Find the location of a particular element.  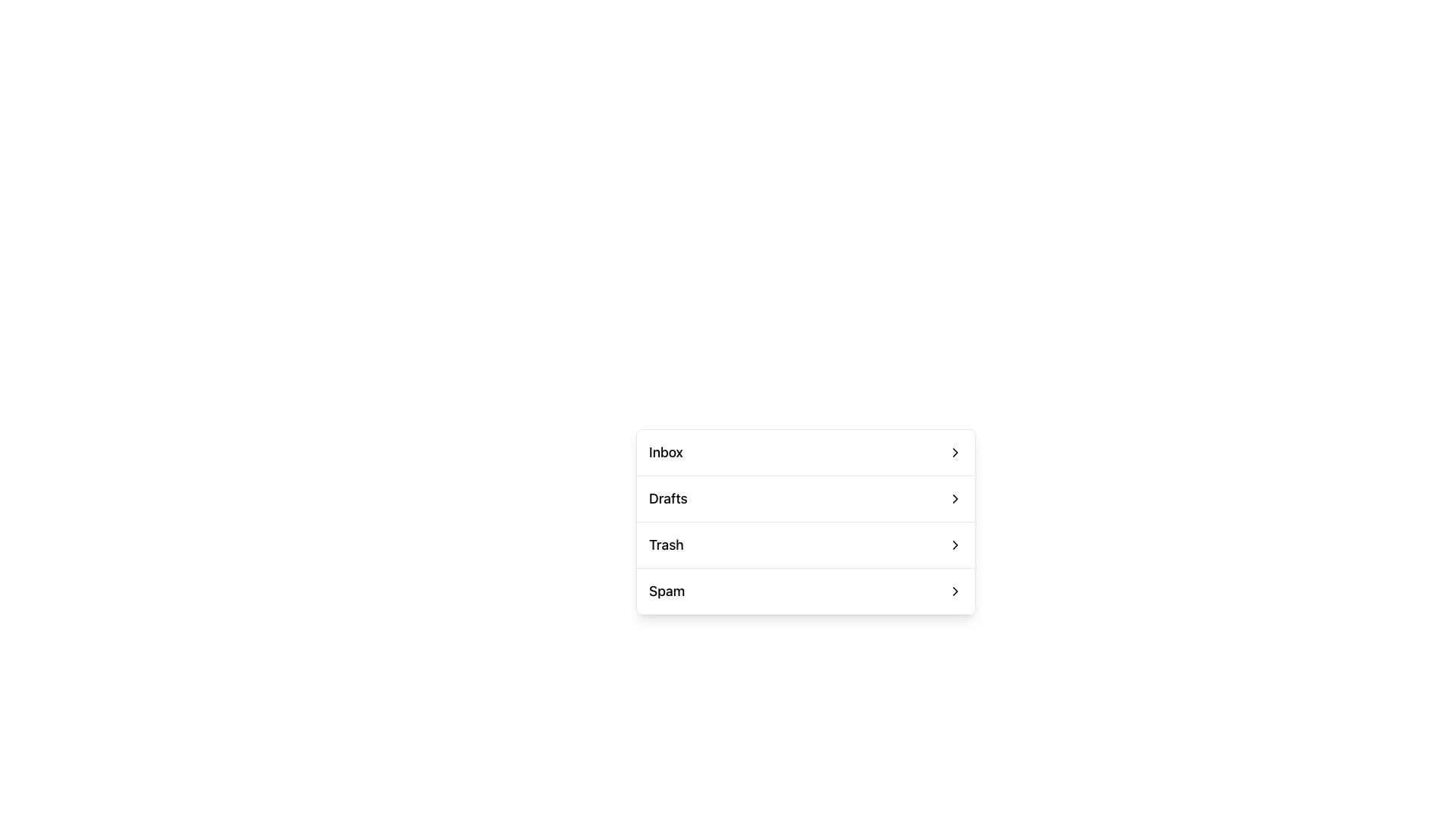

the 'Trash' navigation option in the list is located at coordinates (805, 544).